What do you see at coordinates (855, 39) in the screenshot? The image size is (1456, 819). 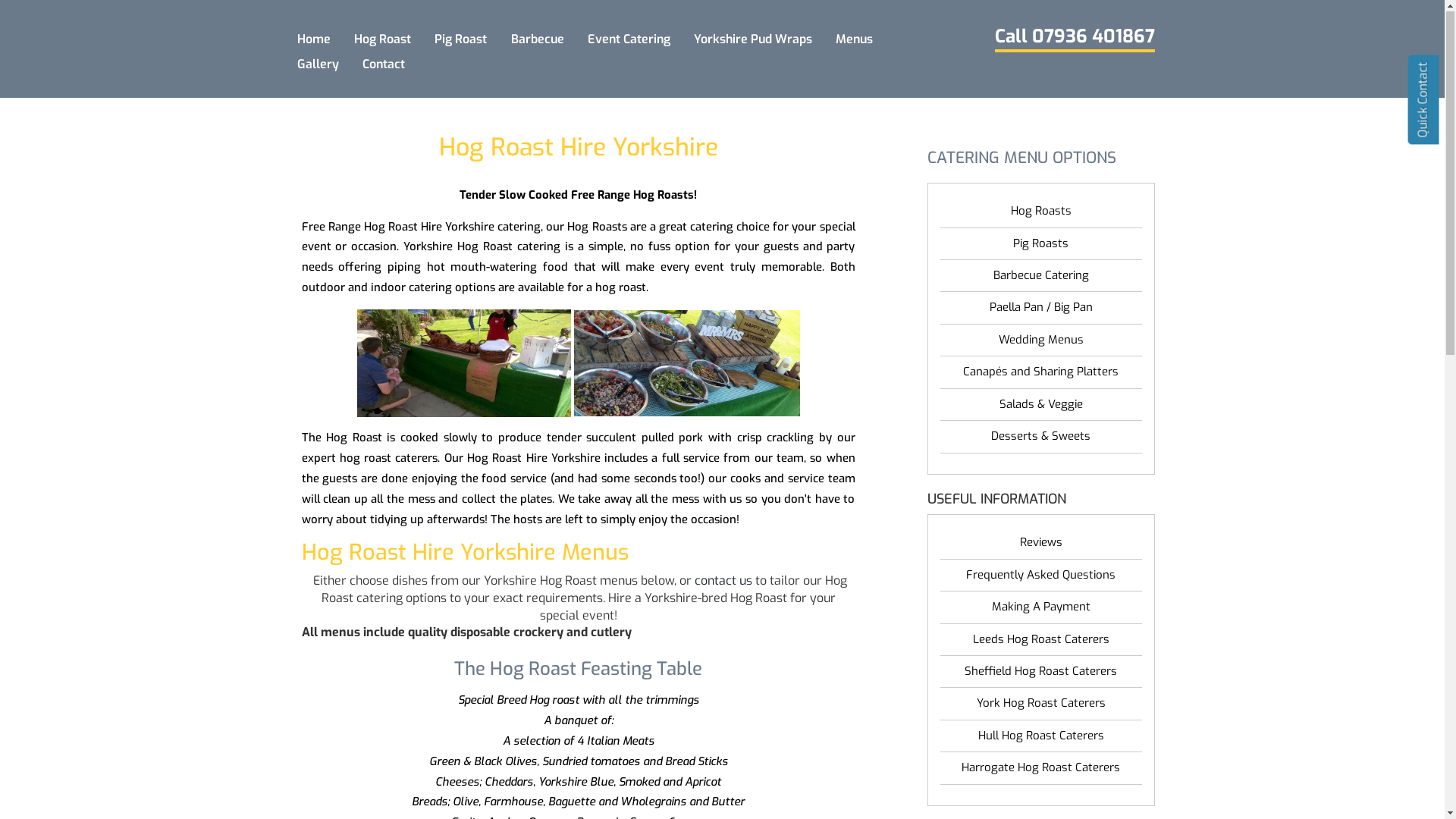 I see `'Menus'` at bounding box center [855, 39].